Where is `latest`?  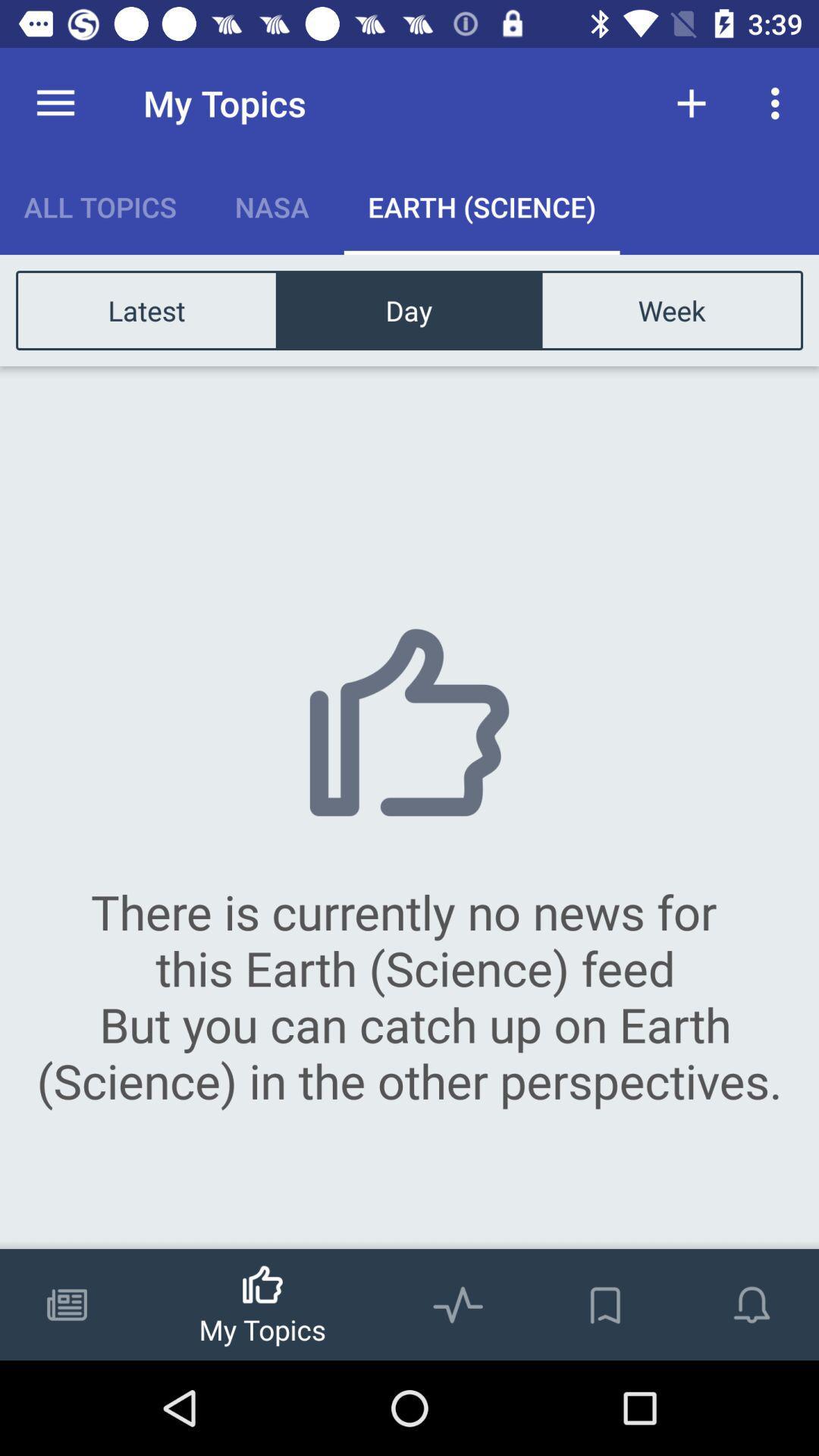 latest is located at coordinates (146, 309).